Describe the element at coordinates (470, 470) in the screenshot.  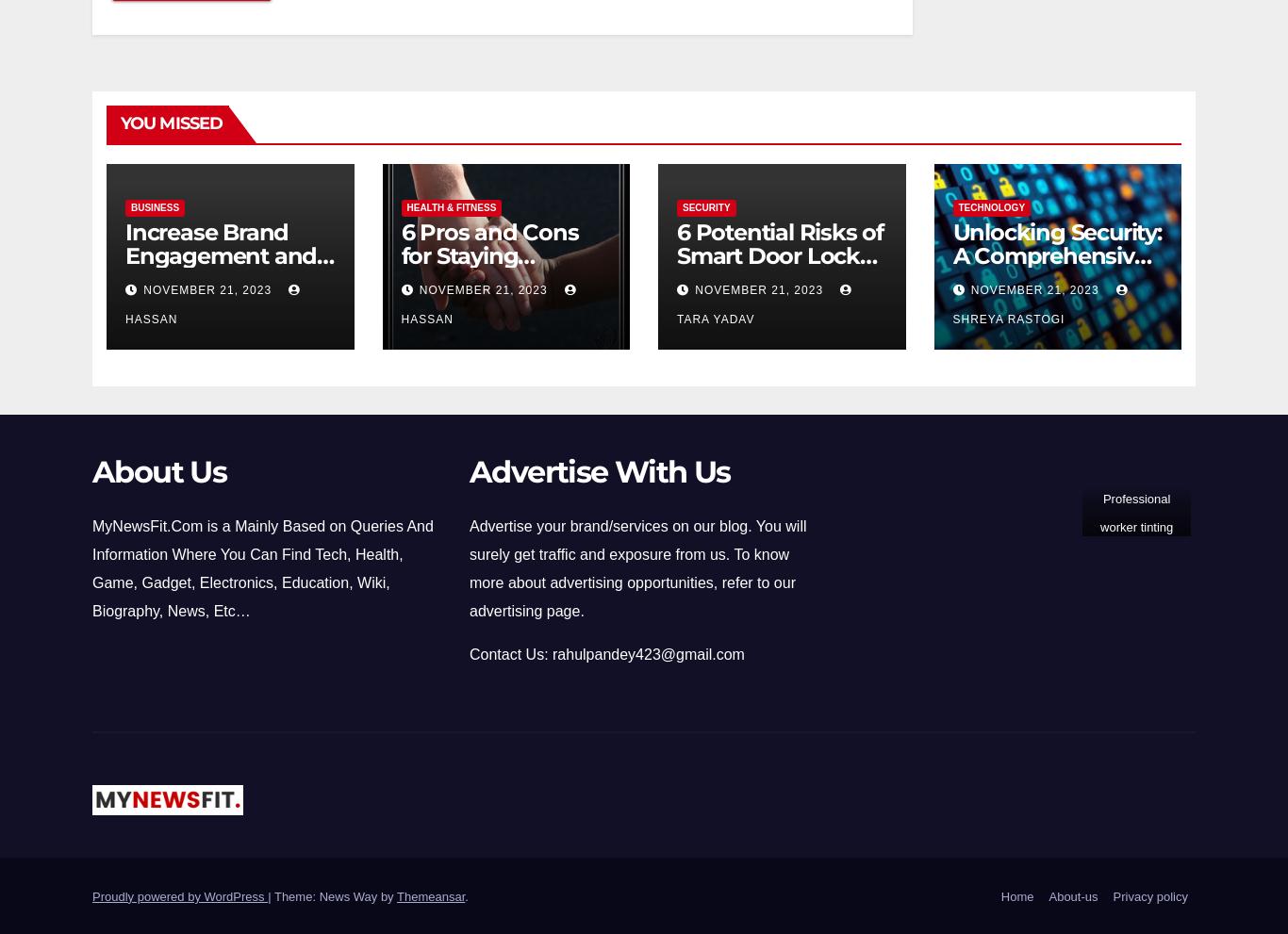
I see `'Advertise With Us'` at that location.